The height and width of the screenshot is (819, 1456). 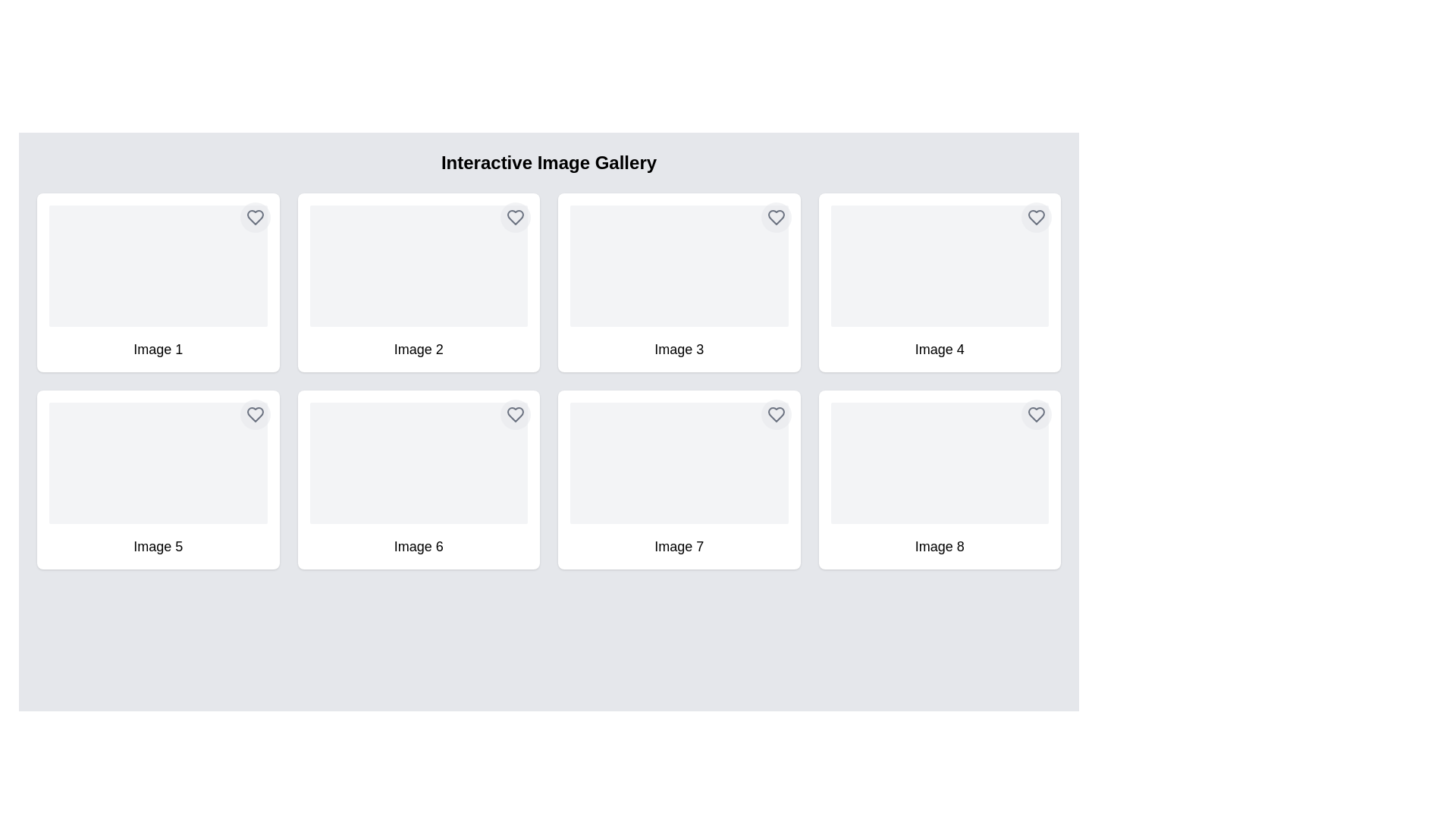 I want to click on the heart-shaped SVG icon in the top-right corner of the 'Image 5' grid cell to favorite the item, so click(x=255, y=415).